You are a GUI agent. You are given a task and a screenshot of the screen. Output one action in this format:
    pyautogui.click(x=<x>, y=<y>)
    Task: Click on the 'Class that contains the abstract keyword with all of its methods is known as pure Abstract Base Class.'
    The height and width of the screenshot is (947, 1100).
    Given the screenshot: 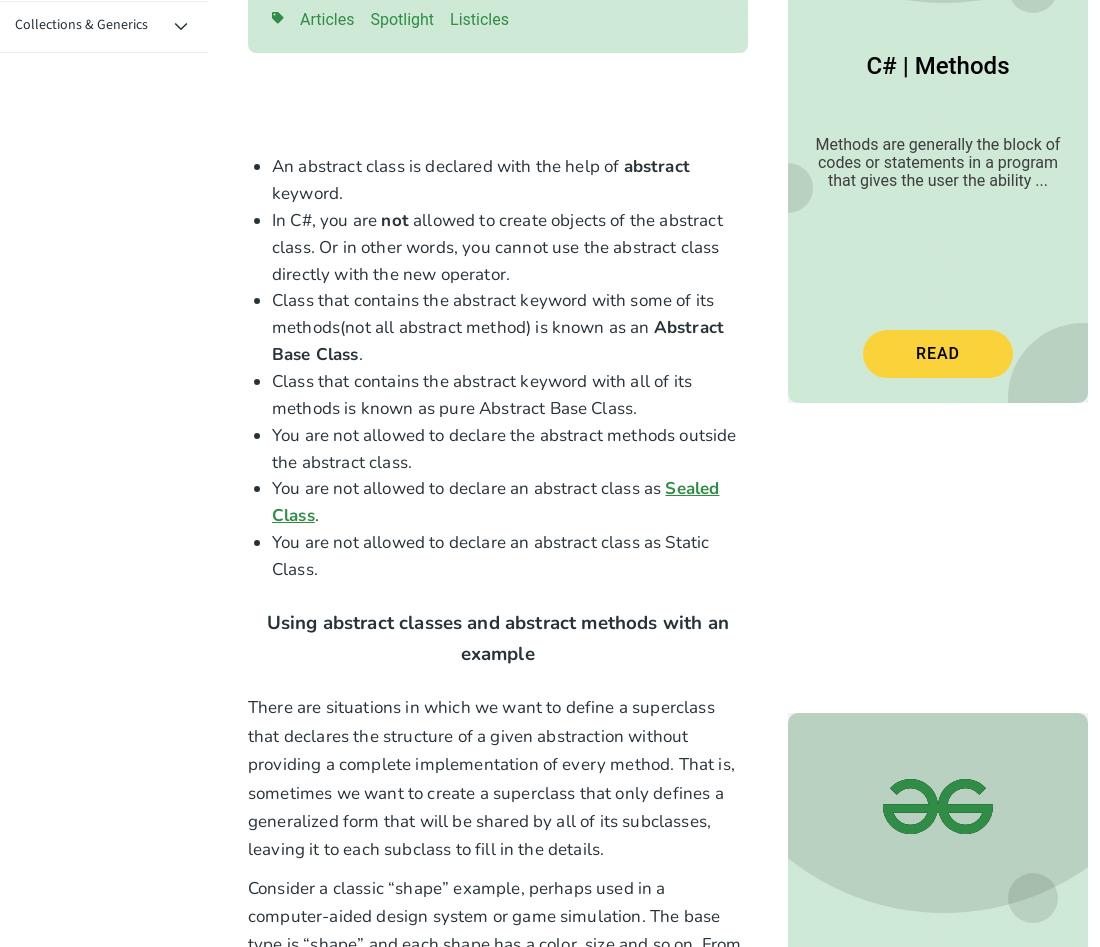 What is the action you would take?
    pyautogui.click(x=272, y=394)
    